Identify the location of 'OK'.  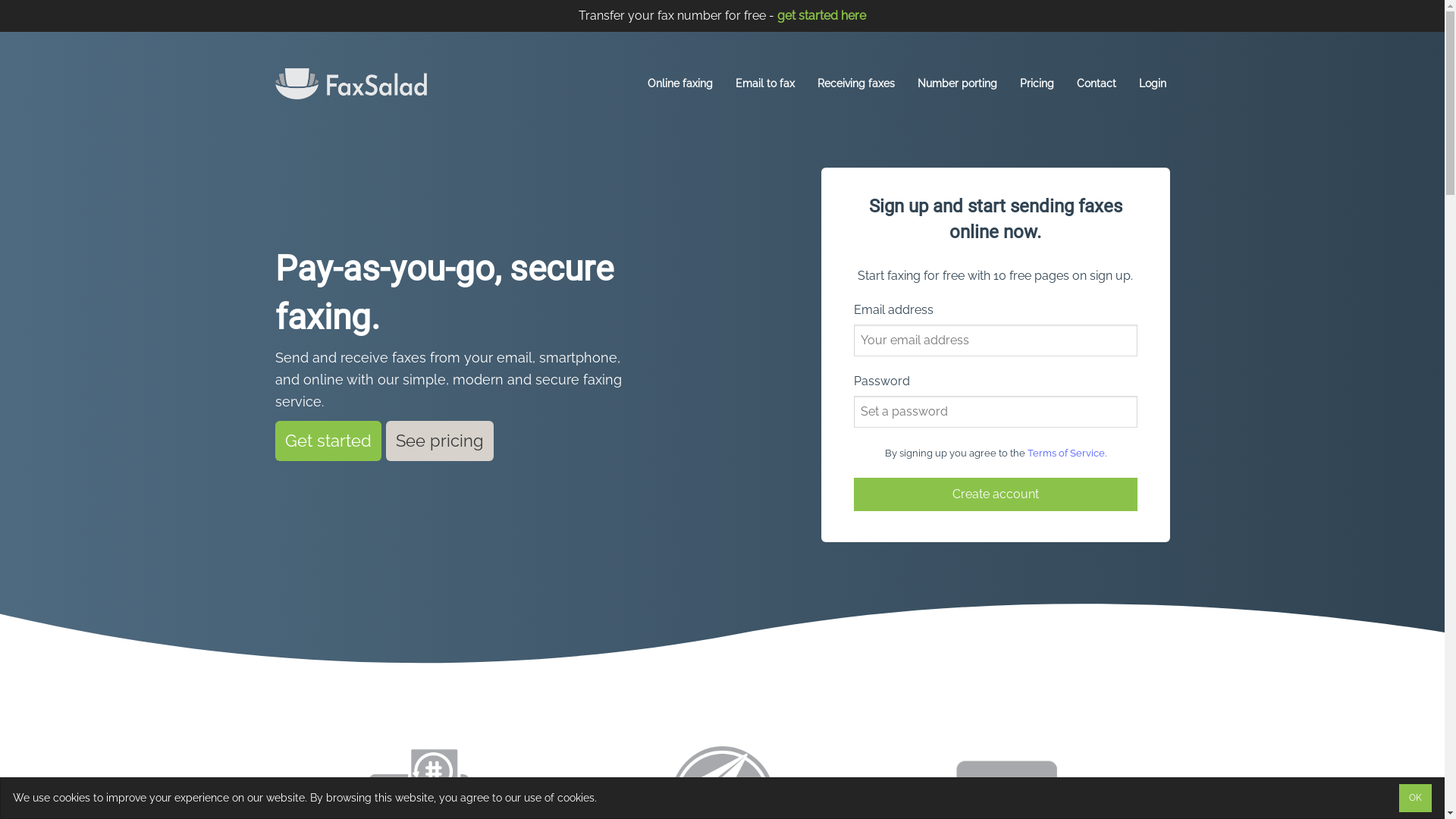
(1414, 797).